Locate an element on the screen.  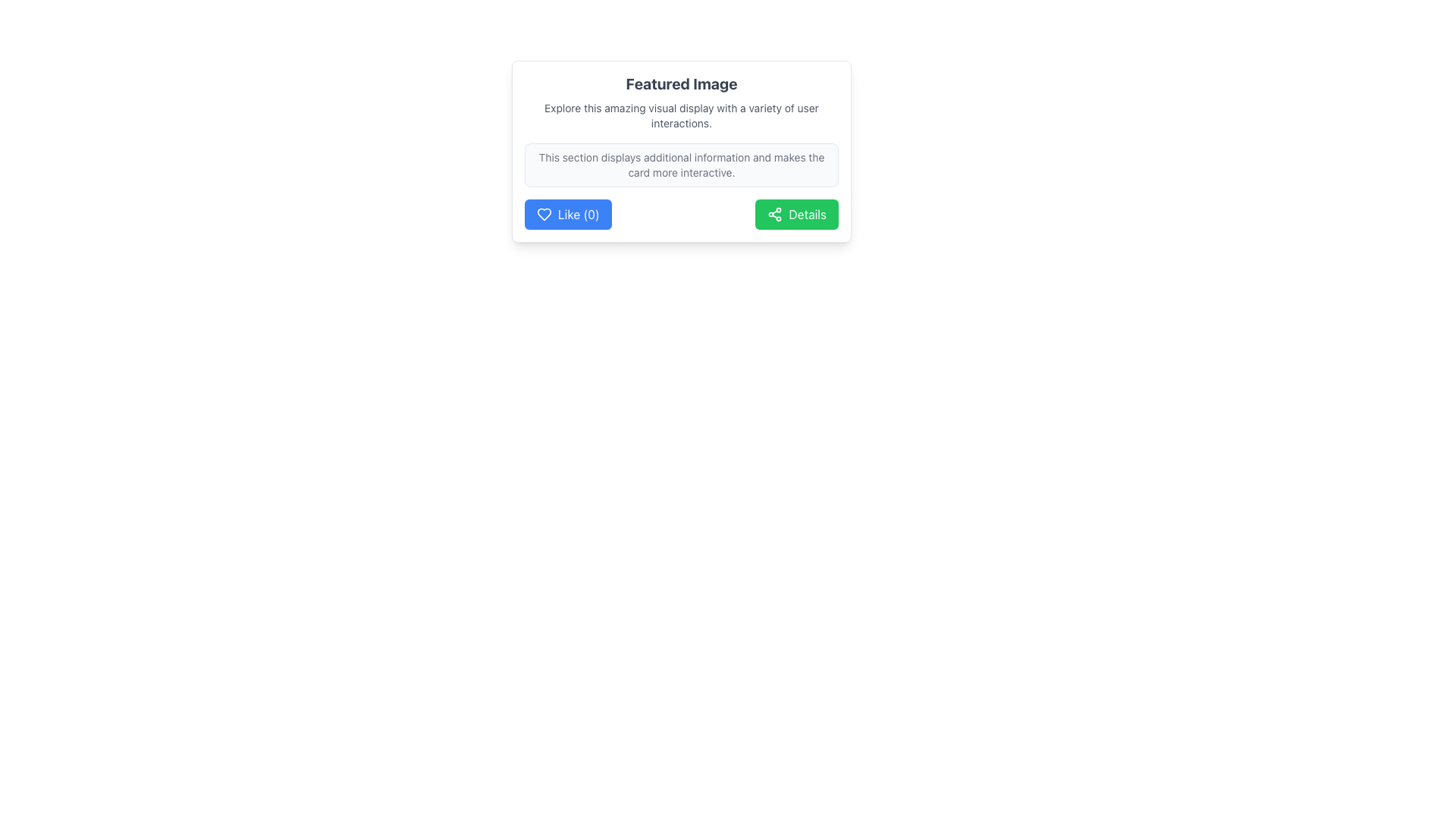
the Text Header located at the top of the card-like section, which serves as the title for the content area is located at coordinates (680, 84).